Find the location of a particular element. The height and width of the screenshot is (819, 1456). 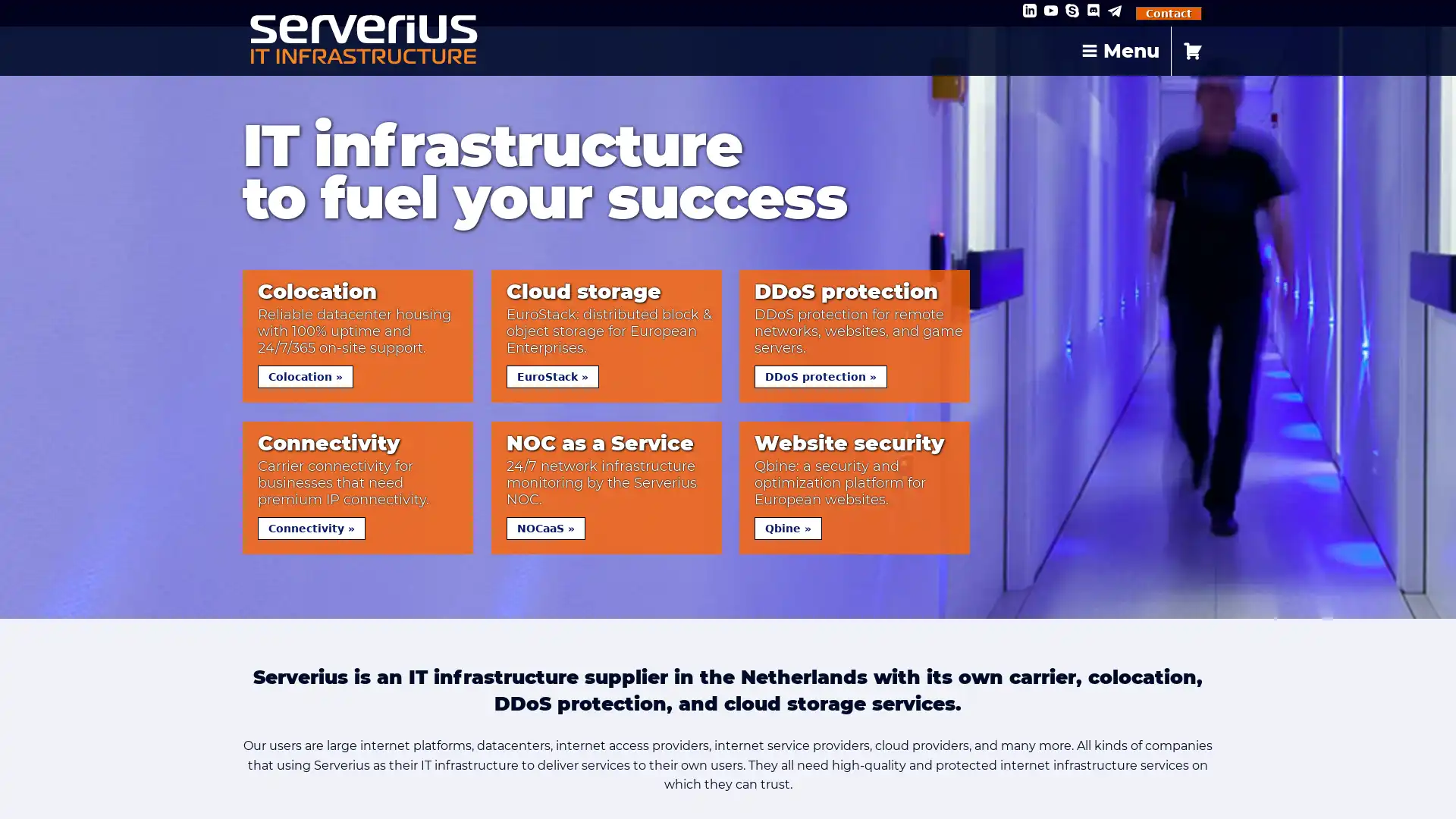

DDoS protection is located at coordinates (820, 375).